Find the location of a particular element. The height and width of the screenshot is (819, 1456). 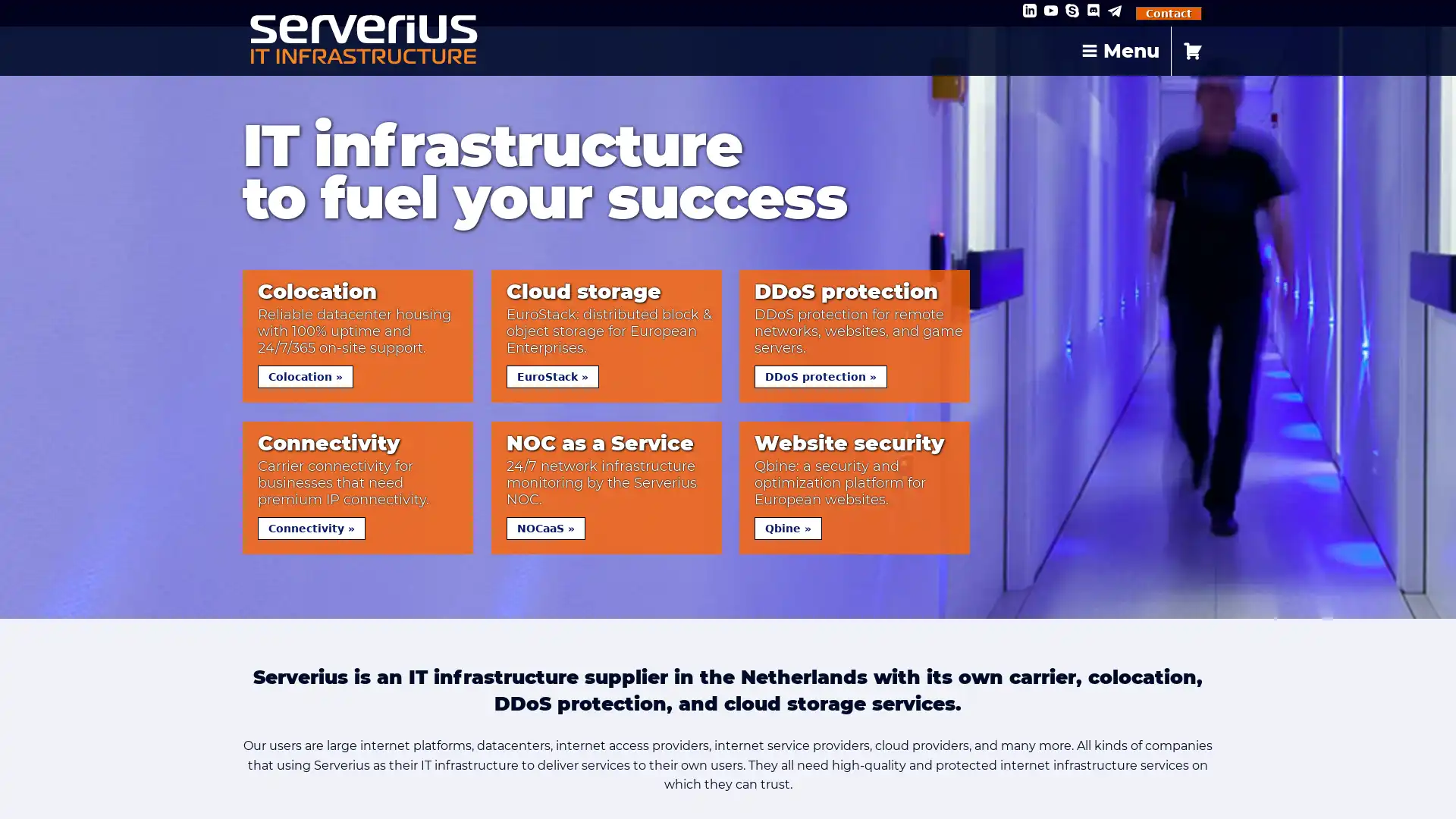

DDoS protection is located at coordinates (820, 375).